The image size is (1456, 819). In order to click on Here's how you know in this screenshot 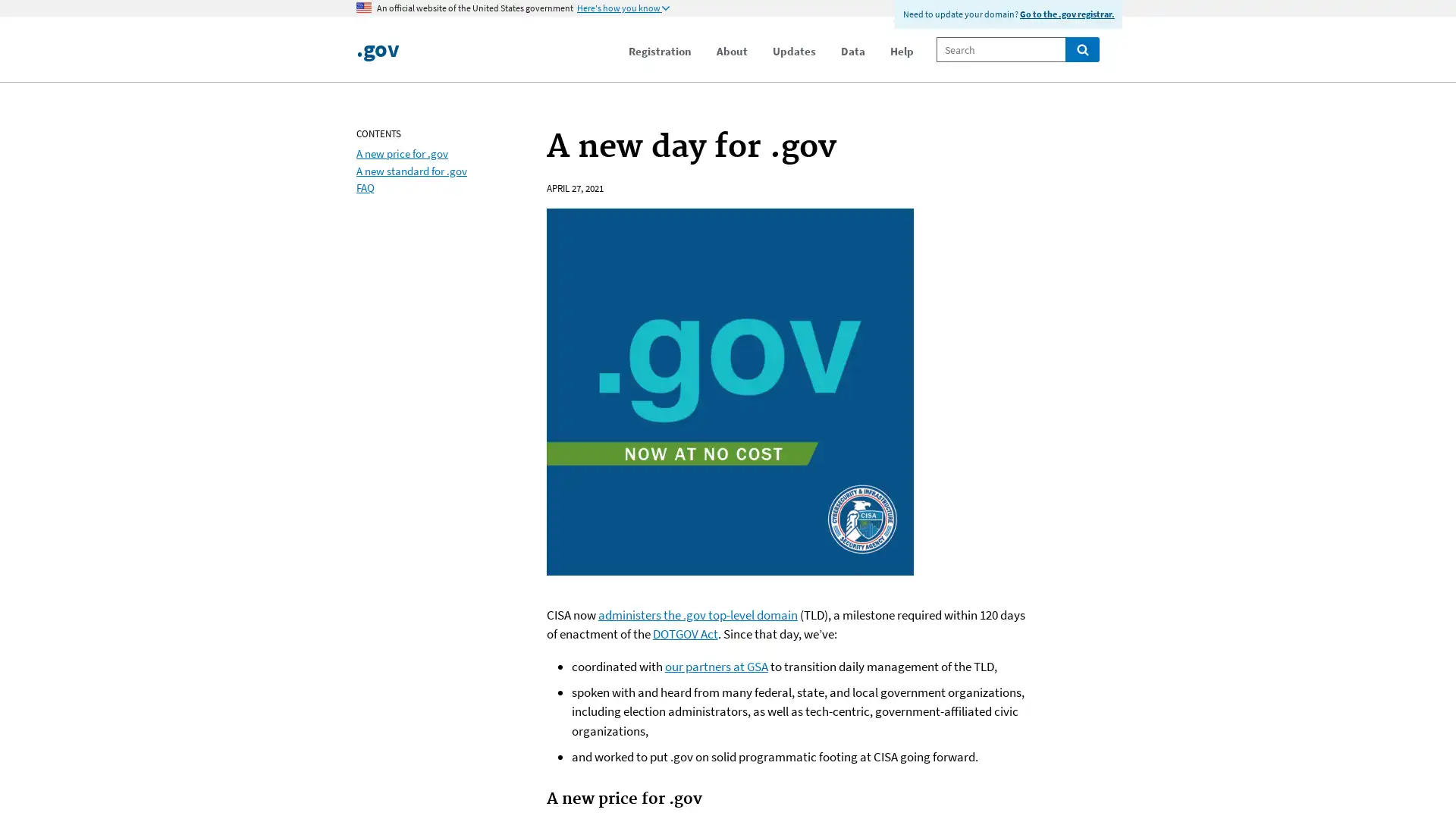, I will do `click(623, 8)`.